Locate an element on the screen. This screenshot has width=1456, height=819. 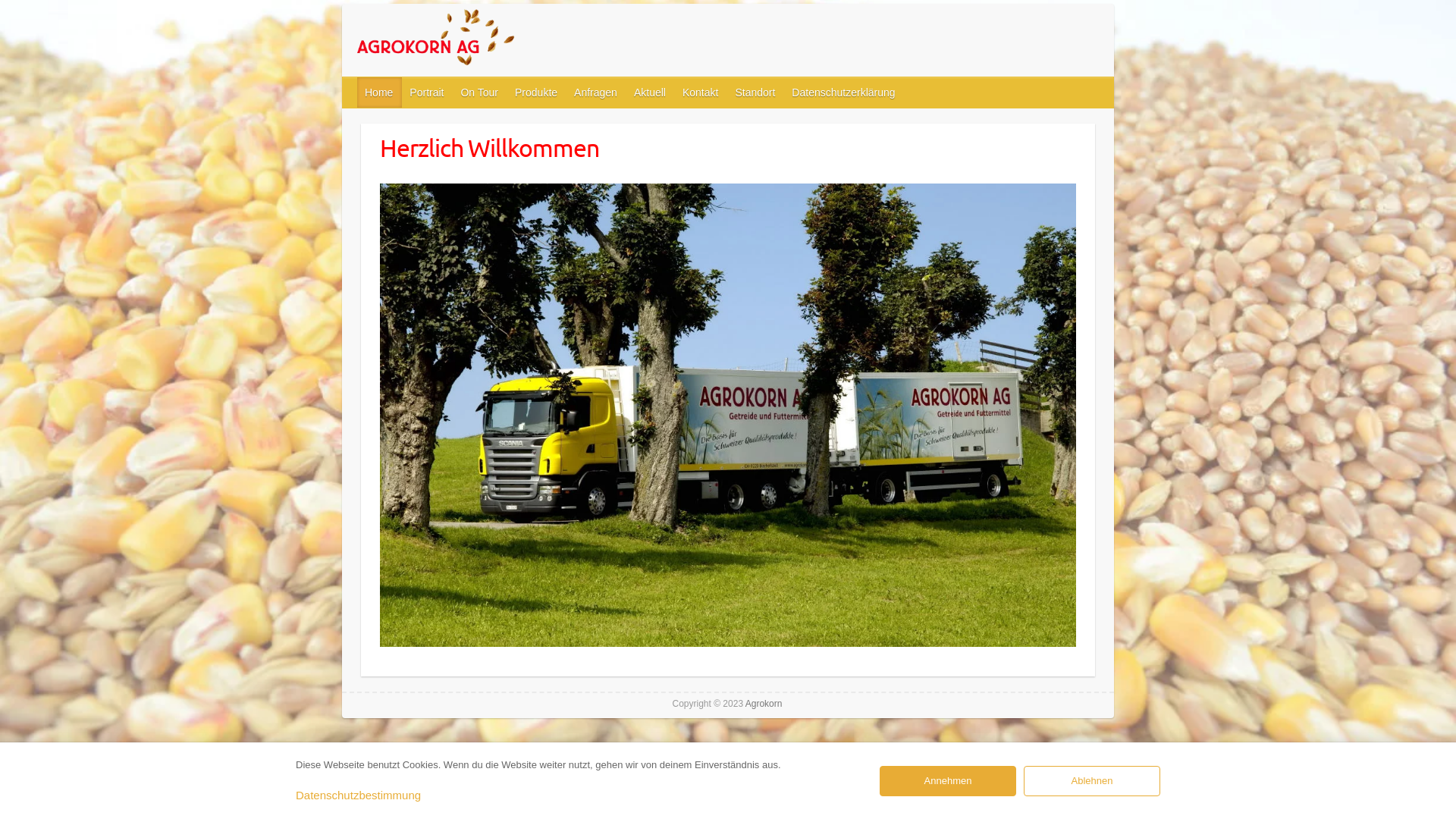
'Datenschutzbestimmung' is located at coordinates (357, 794).